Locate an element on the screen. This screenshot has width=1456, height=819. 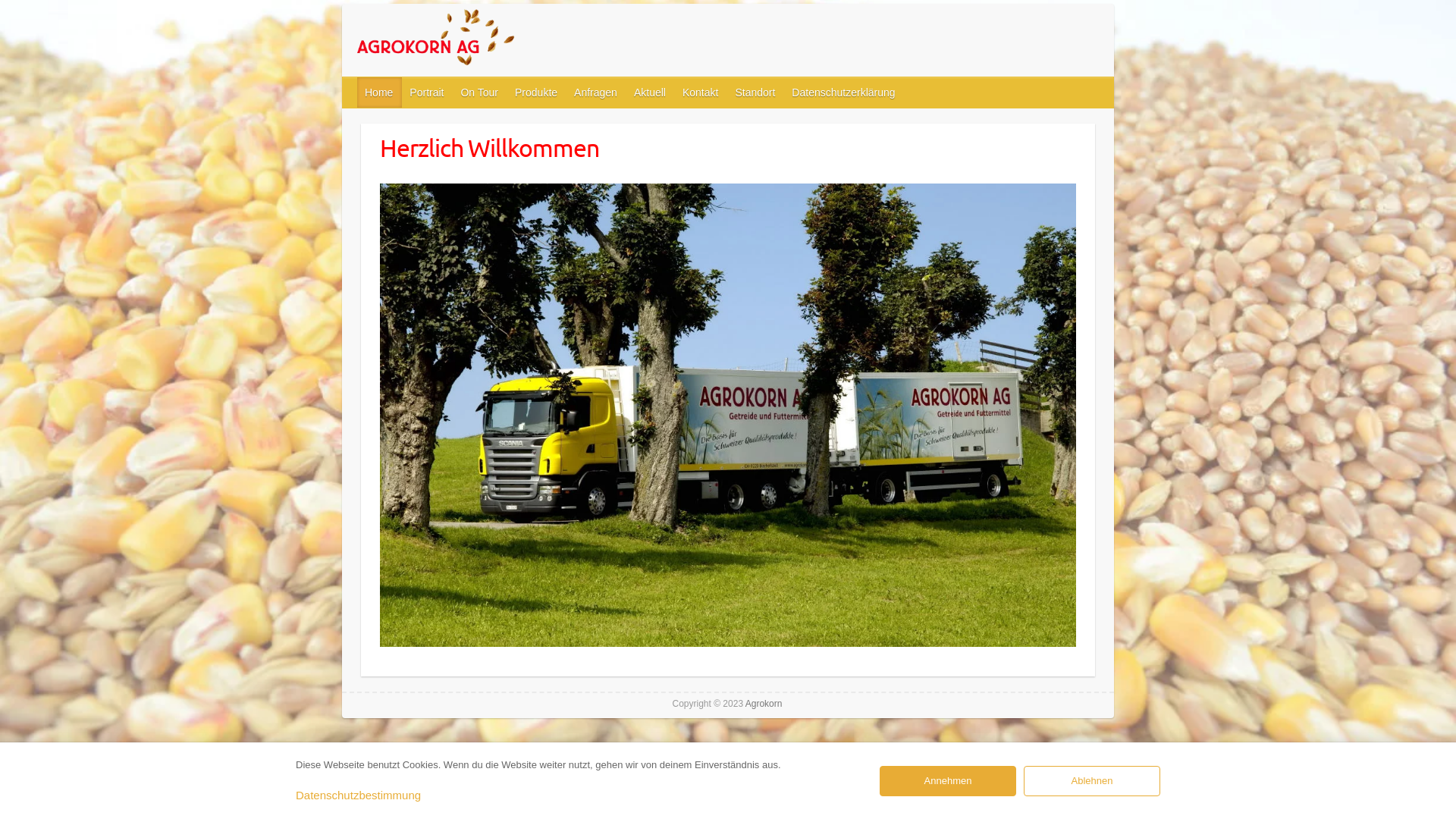
'Datenschutzbestimmung' is located at coordinates (357, 794).